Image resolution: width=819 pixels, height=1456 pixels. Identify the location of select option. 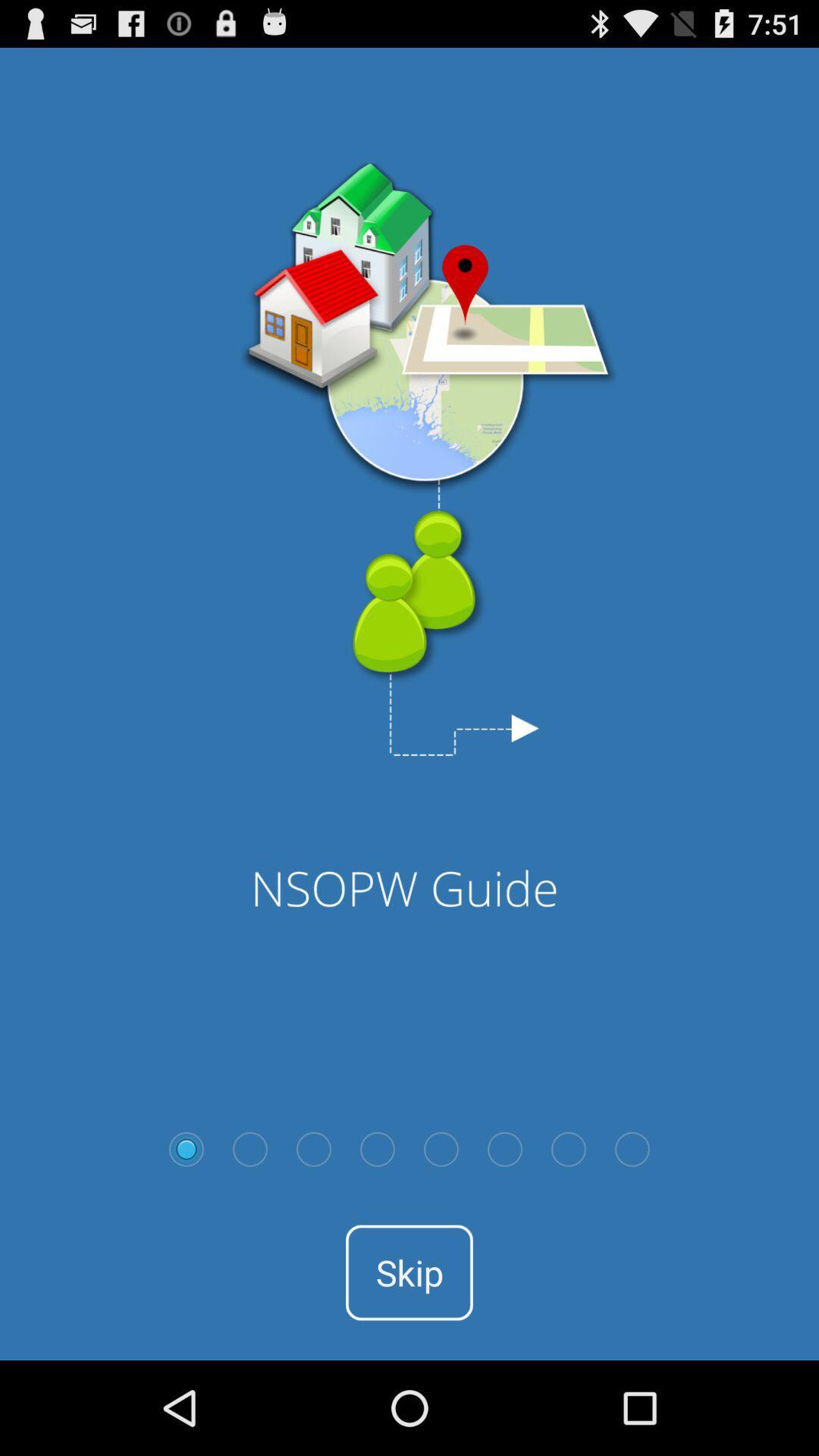
(186, 1149).